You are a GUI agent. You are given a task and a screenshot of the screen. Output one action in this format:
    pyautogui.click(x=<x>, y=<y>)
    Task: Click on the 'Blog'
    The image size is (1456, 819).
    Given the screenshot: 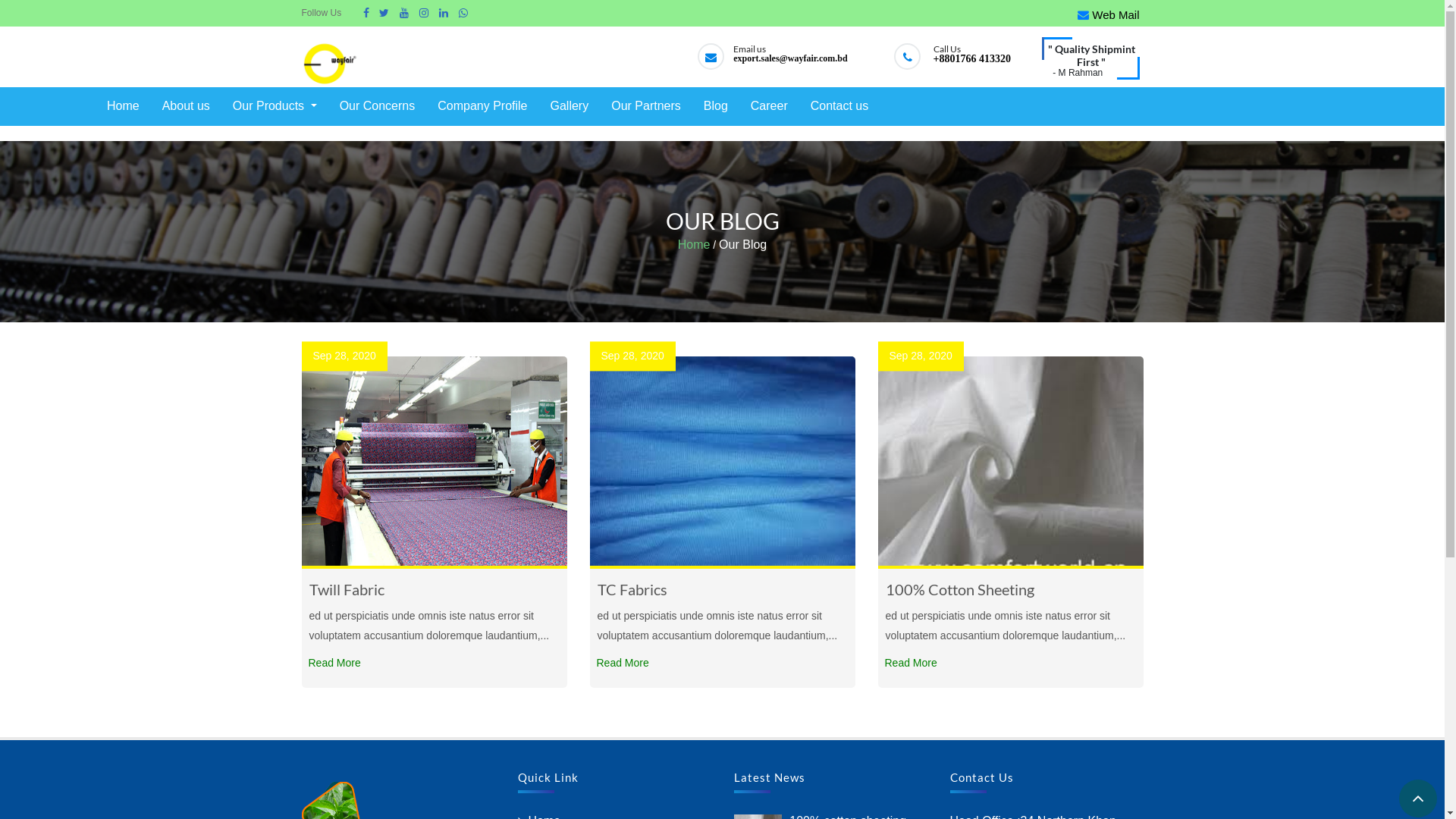 What is the action you would take?
    pyautogui.click(x=715, y=105)
    